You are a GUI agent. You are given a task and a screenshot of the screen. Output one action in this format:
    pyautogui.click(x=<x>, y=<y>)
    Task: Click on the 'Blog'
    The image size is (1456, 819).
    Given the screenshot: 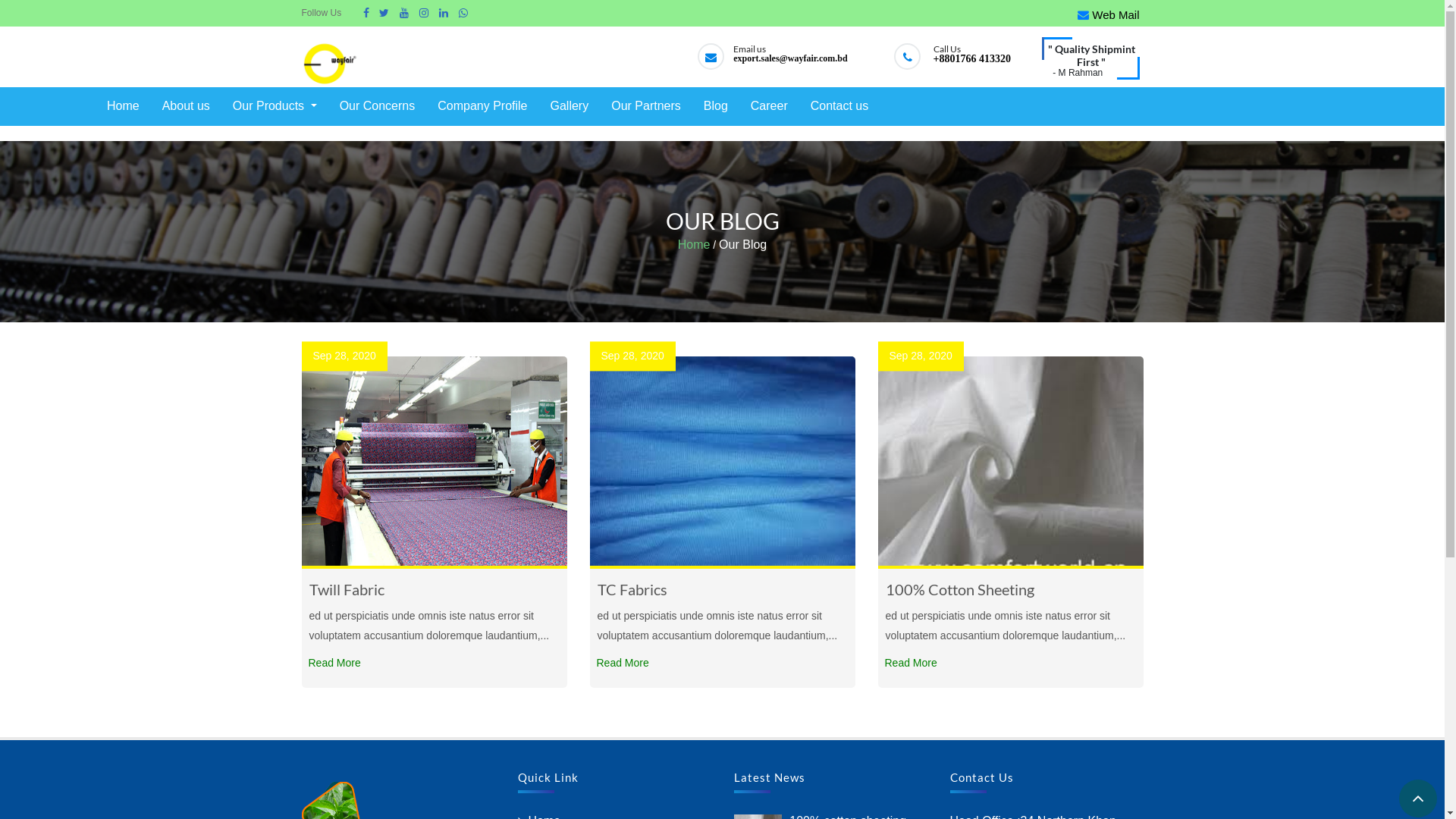 What is the action you would take?
    pyautogui.click(x=715, y=105)
    